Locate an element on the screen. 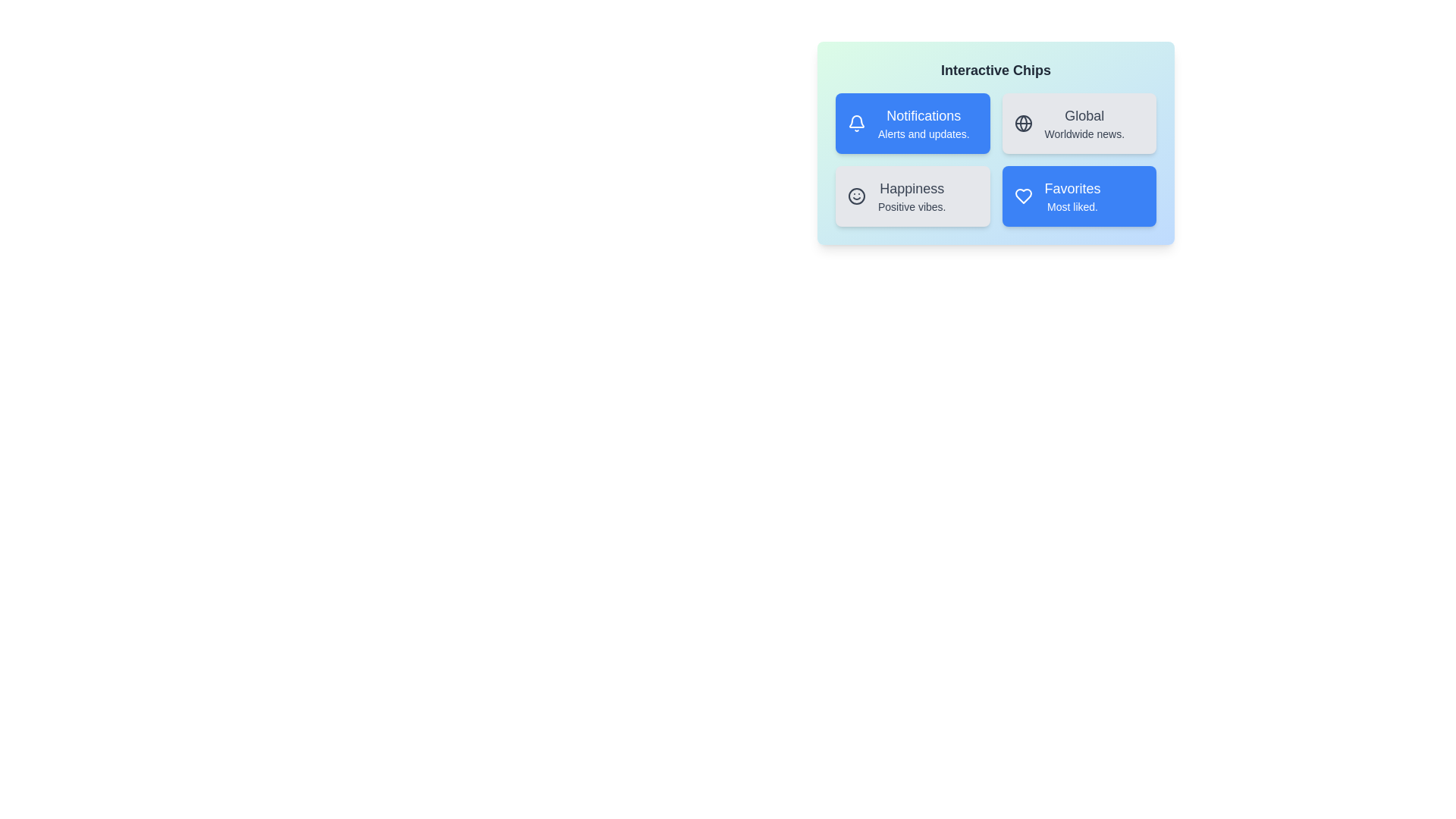 This screenshot has width=1456, height=819. the chip labeled Notifications is located at coordinates (912, 122).